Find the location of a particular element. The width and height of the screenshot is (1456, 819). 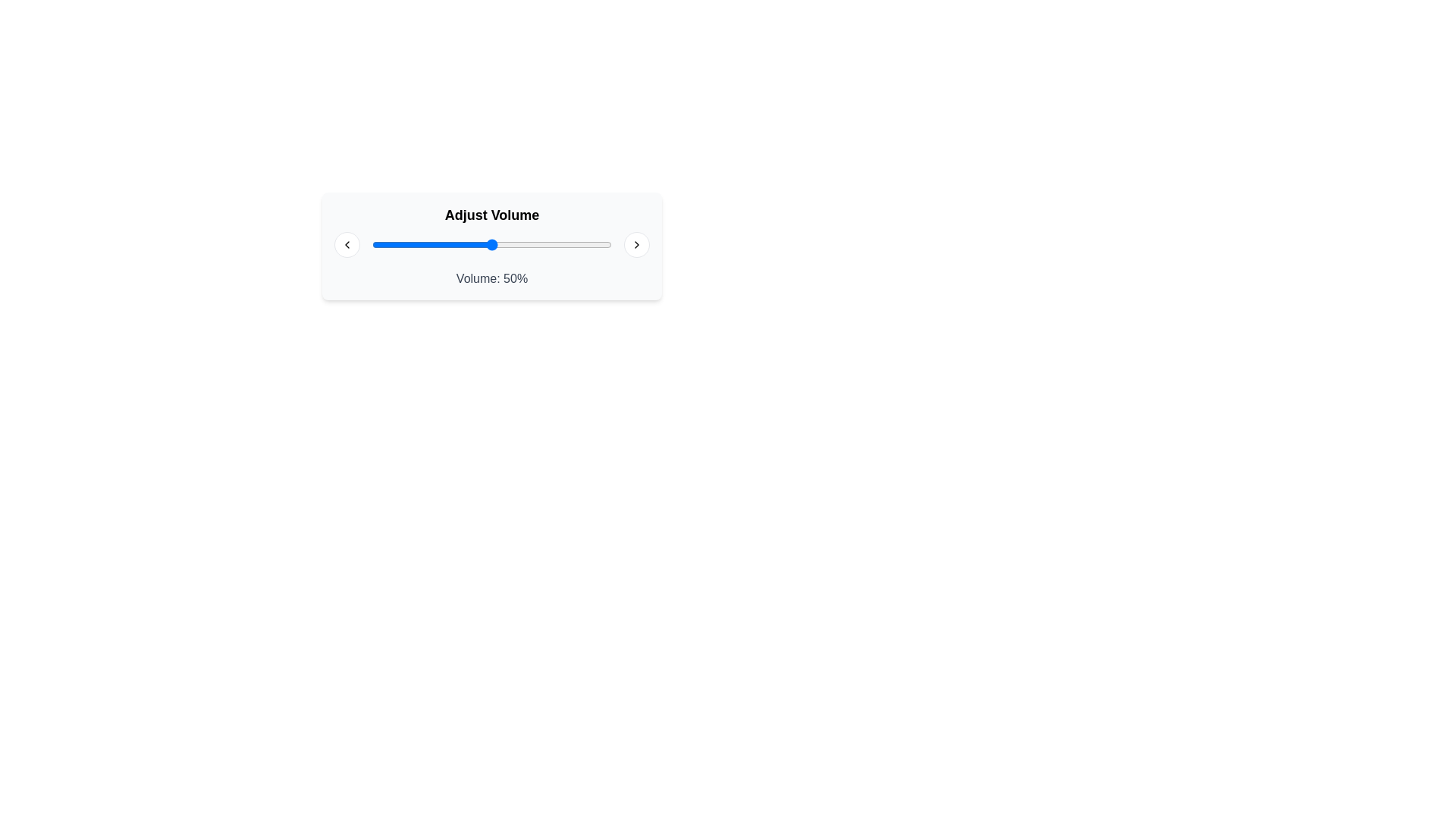

the slider is located at coordinates (594, 244).